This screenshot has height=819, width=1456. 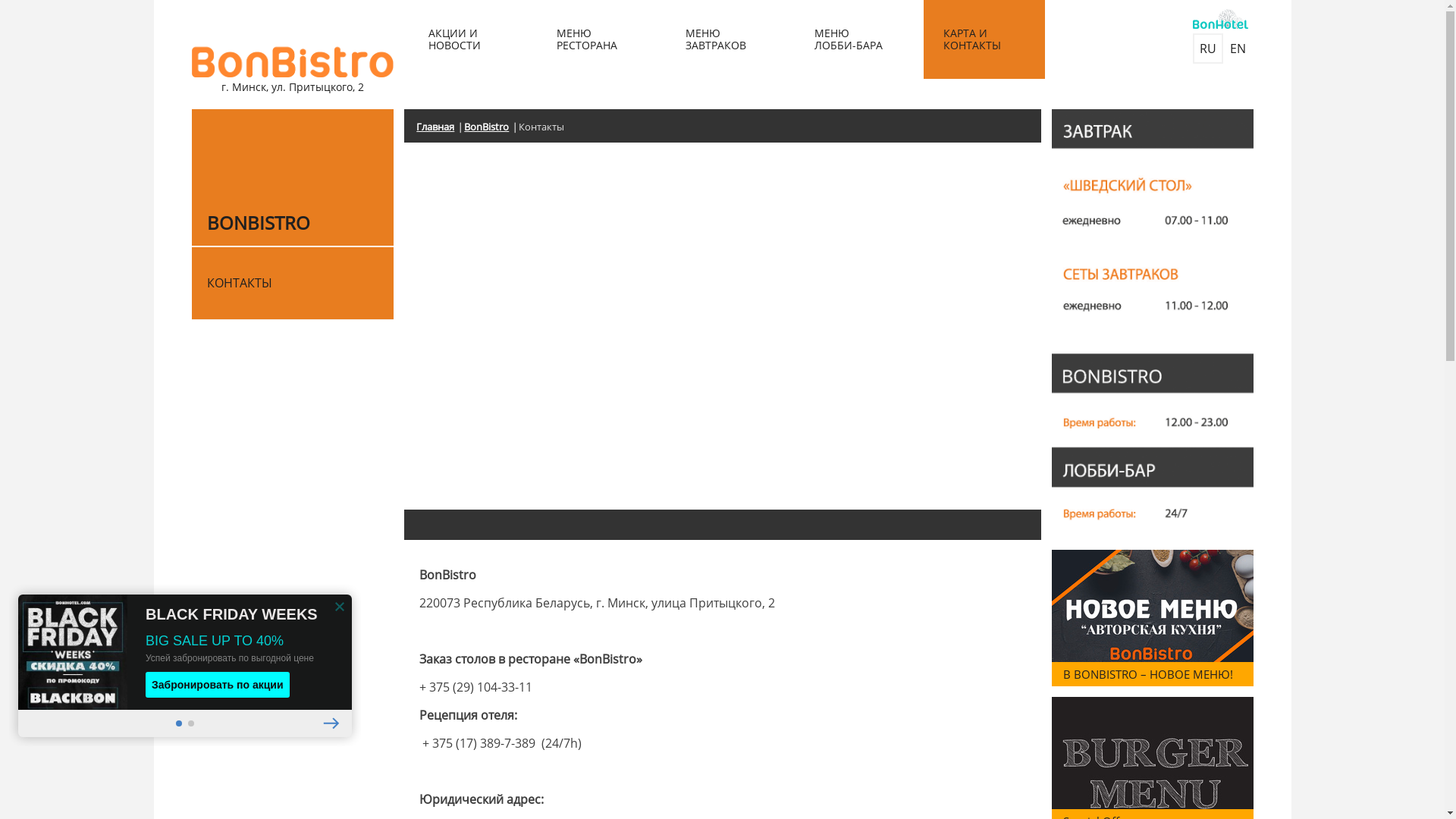 What do you see at coordinates (1222, 48) in the screenshot?
I see `'EN'` at bounding box center [1222, 48].